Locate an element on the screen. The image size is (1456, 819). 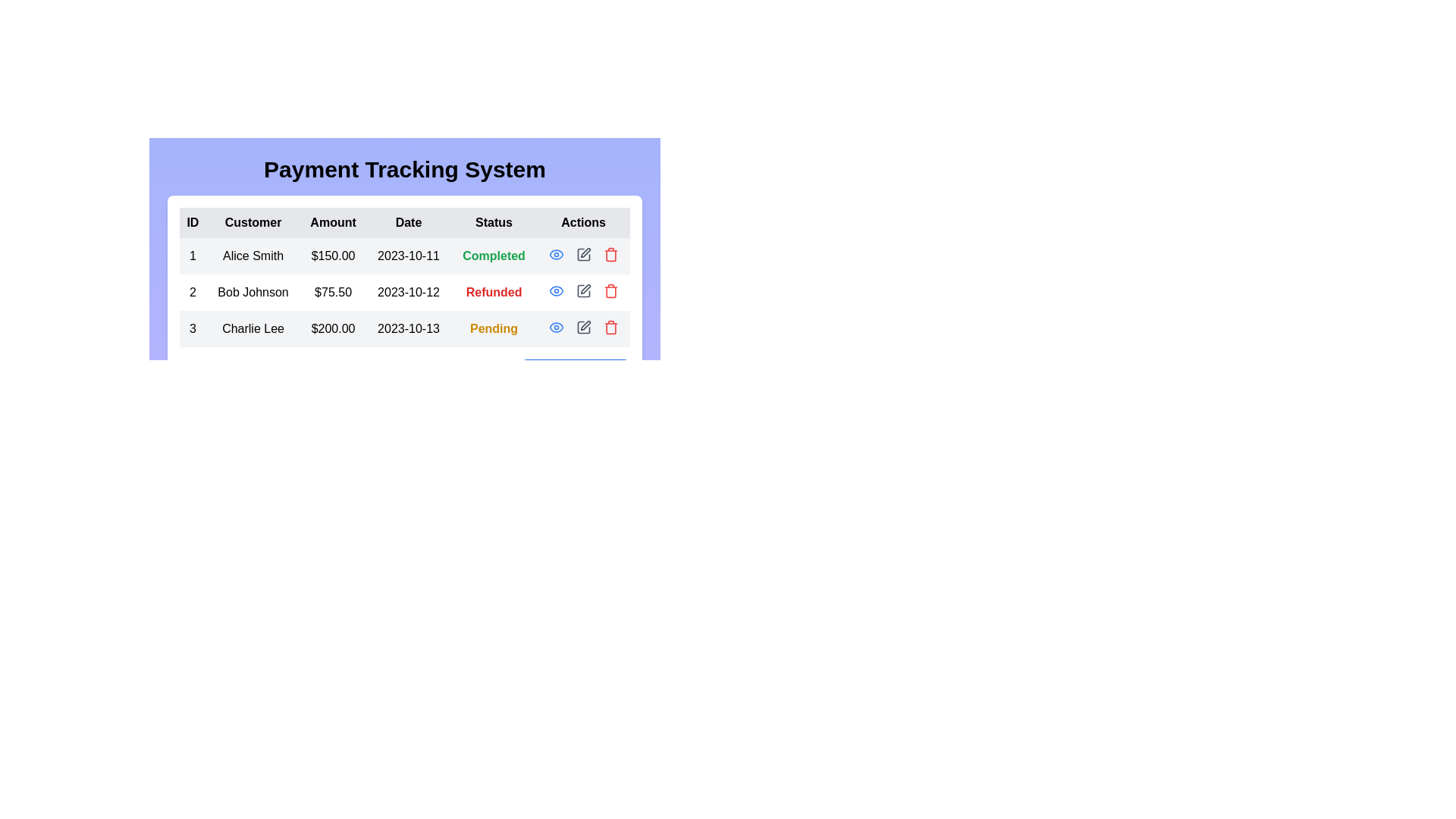
the Edit icon in the 'Actions' column of the second row for the entry corresponding to Bob Johnson, which is used to edit payment details is located at coordinates (582, 291).